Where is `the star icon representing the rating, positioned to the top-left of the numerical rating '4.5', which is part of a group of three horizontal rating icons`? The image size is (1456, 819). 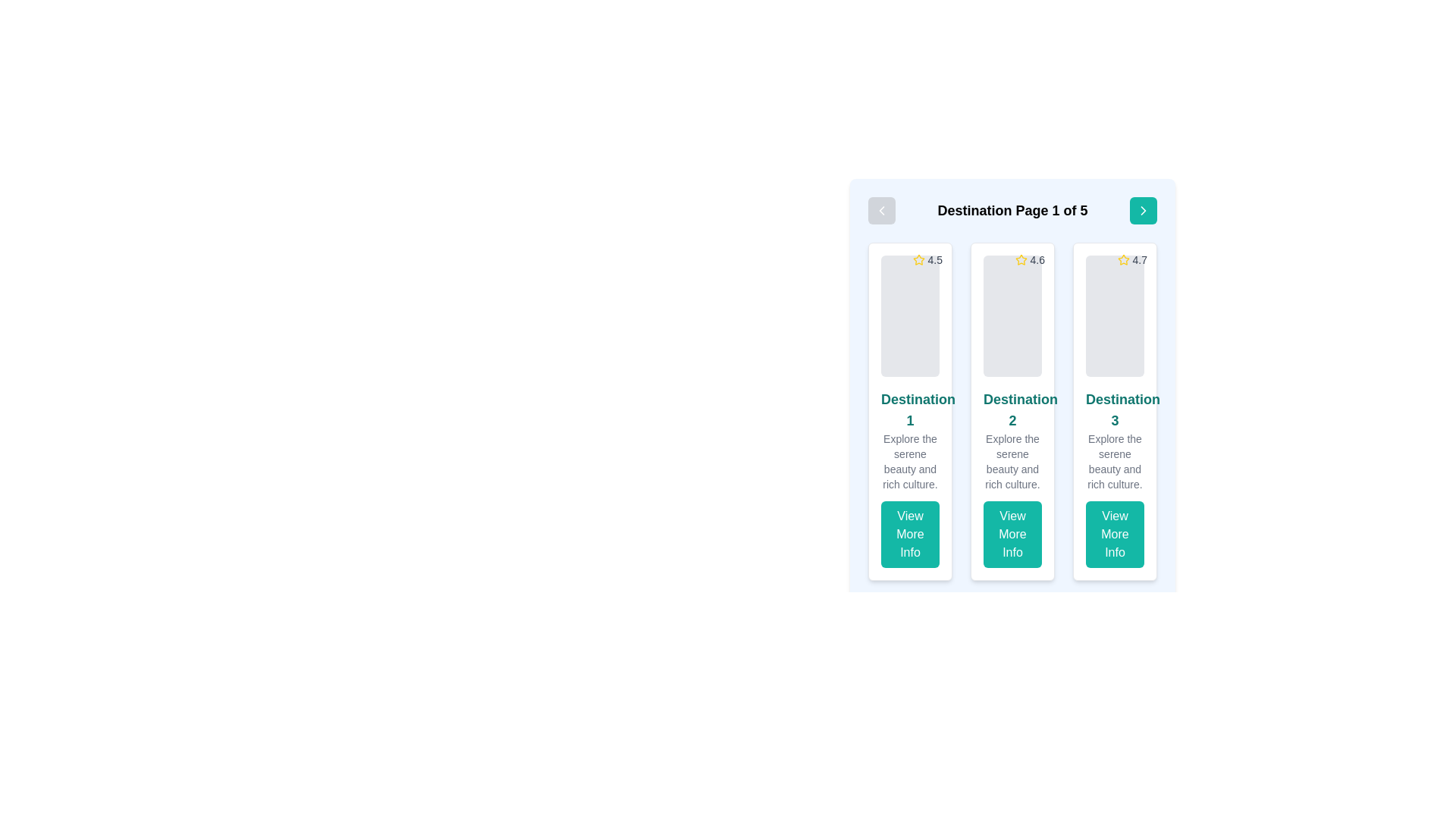 the star icon representing the rating, positioned to the top-left of the numerical rating '4.5', which is part of a group of three horizontal rating icons is located at coordinates (1021, 259).